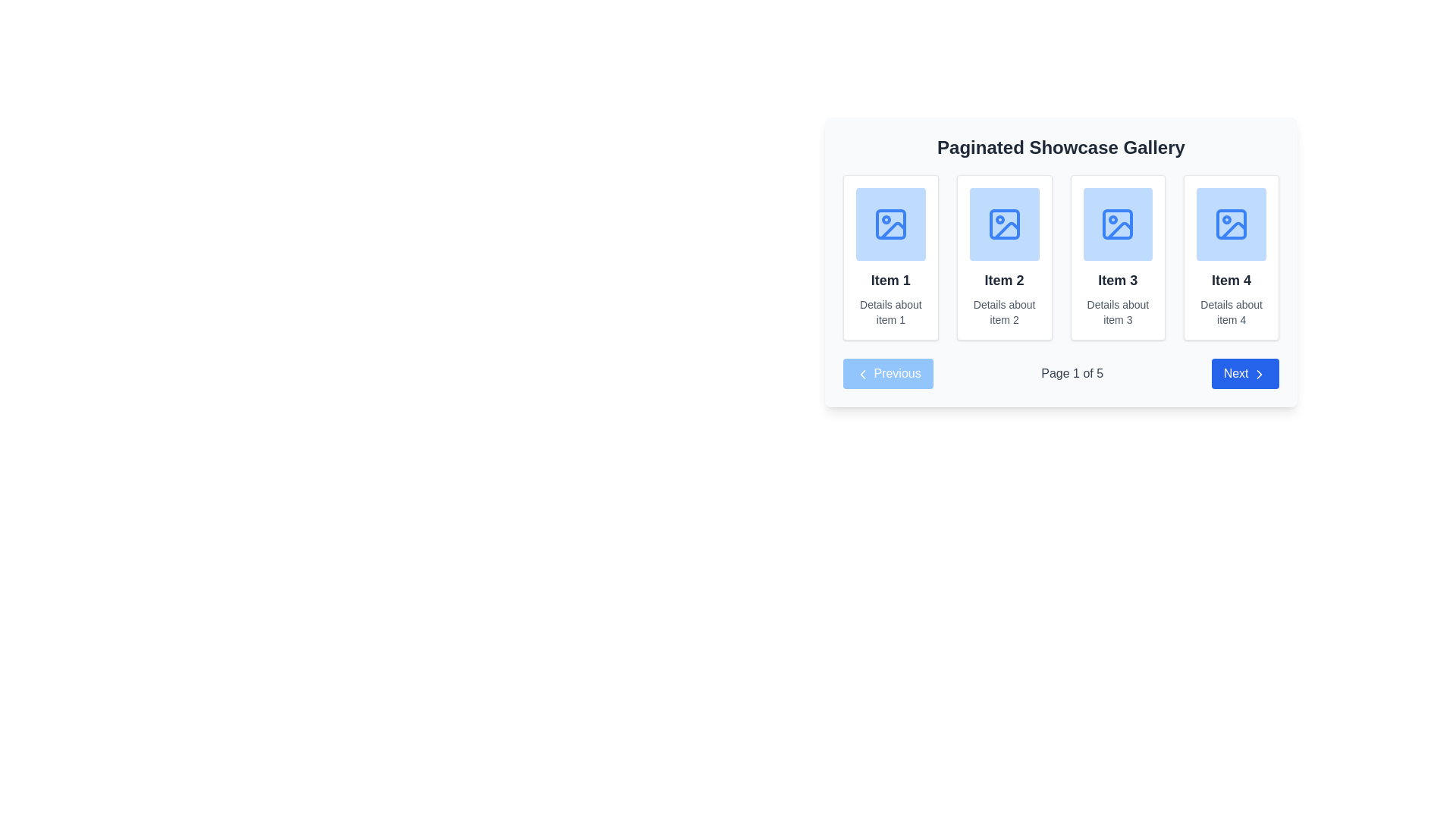 This screenshot has width=1456, height=819. Describe the element at coordinates (890, 256) in the screenshot. I see `the first card in the grid, which has a white background, a border, and contains a blue image placeholder, a bold title 'Item 1', and a description 'Details about item 1'` at that location.